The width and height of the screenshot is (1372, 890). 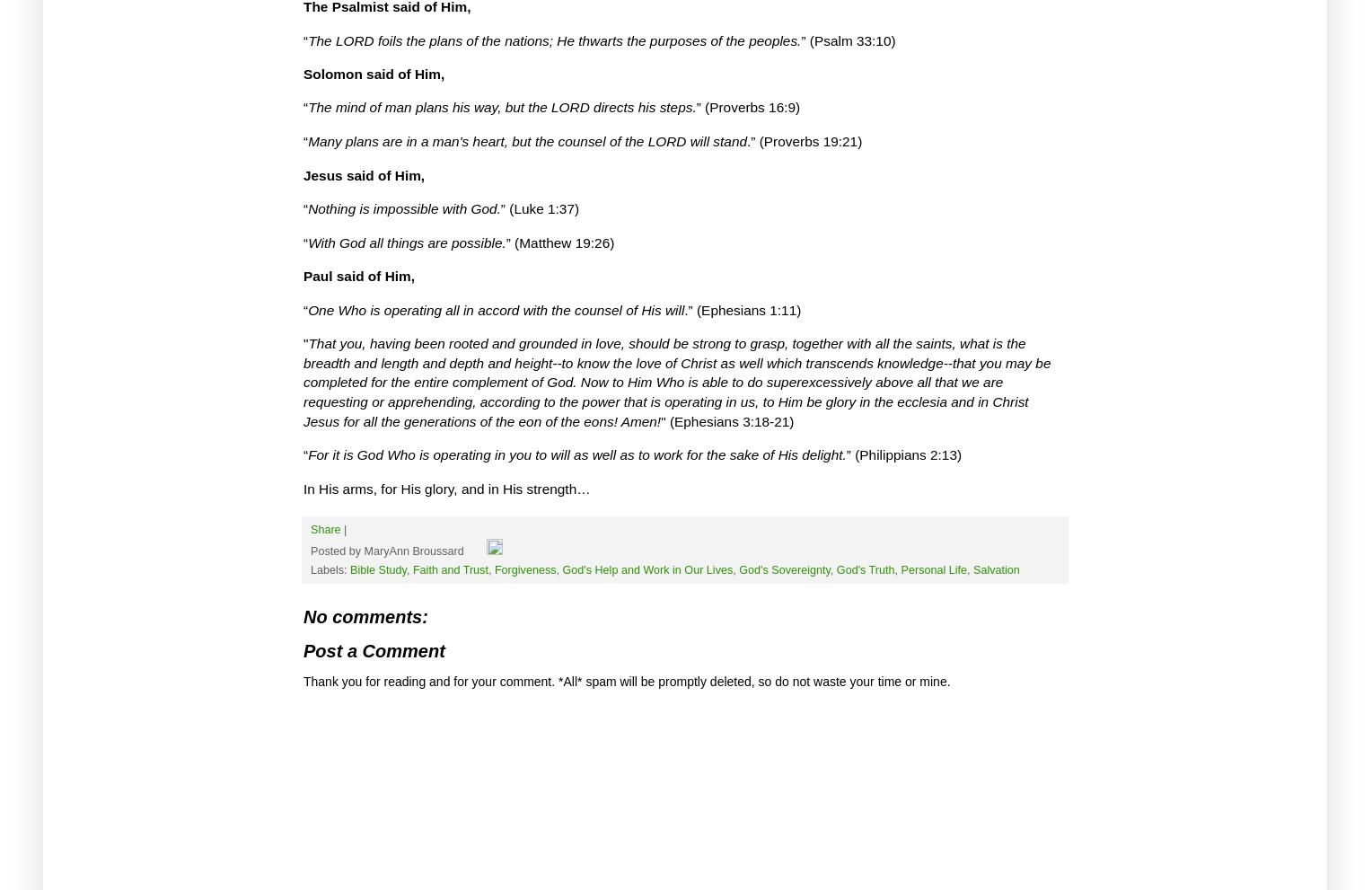 I want to click on 'Nothing is impossible with God.', so click(x=402, y=208).